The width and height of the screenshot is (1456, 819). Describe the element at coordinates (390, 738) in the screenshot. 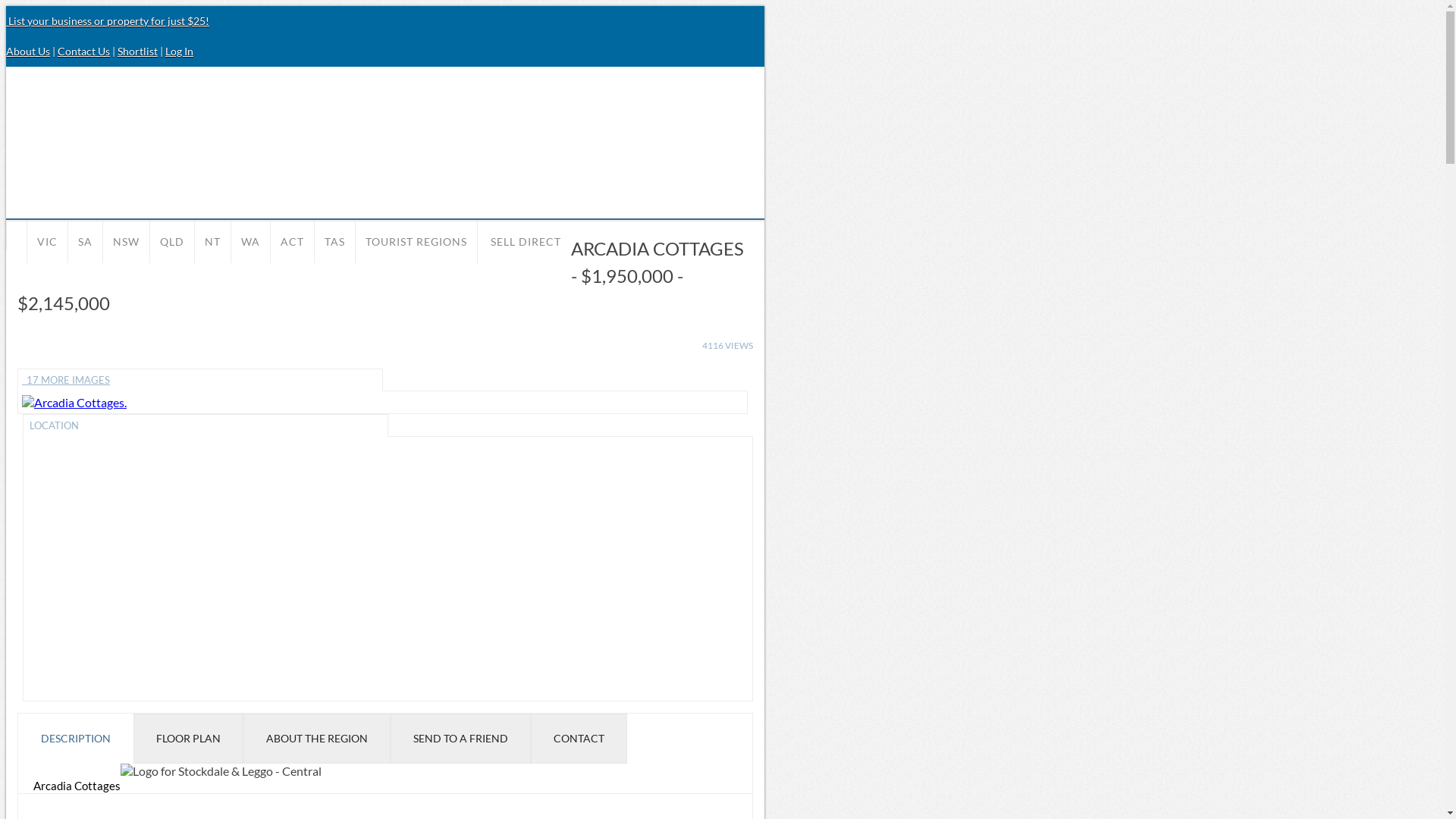

I see `'SEND TO A FRIEND'` at that location.